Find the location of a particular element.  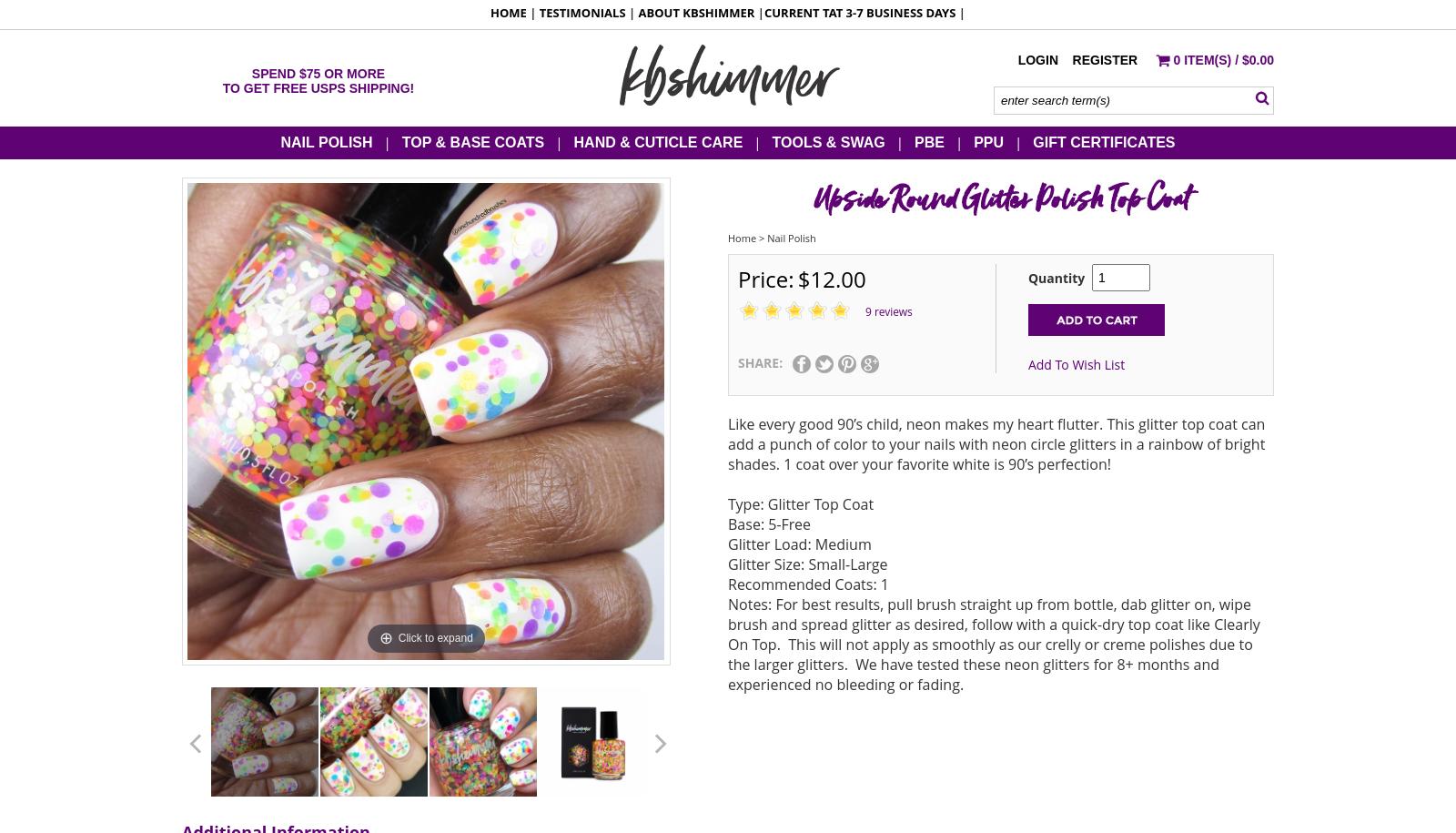

'to get free USPS shipping!' is located at coordinates (318, 86).